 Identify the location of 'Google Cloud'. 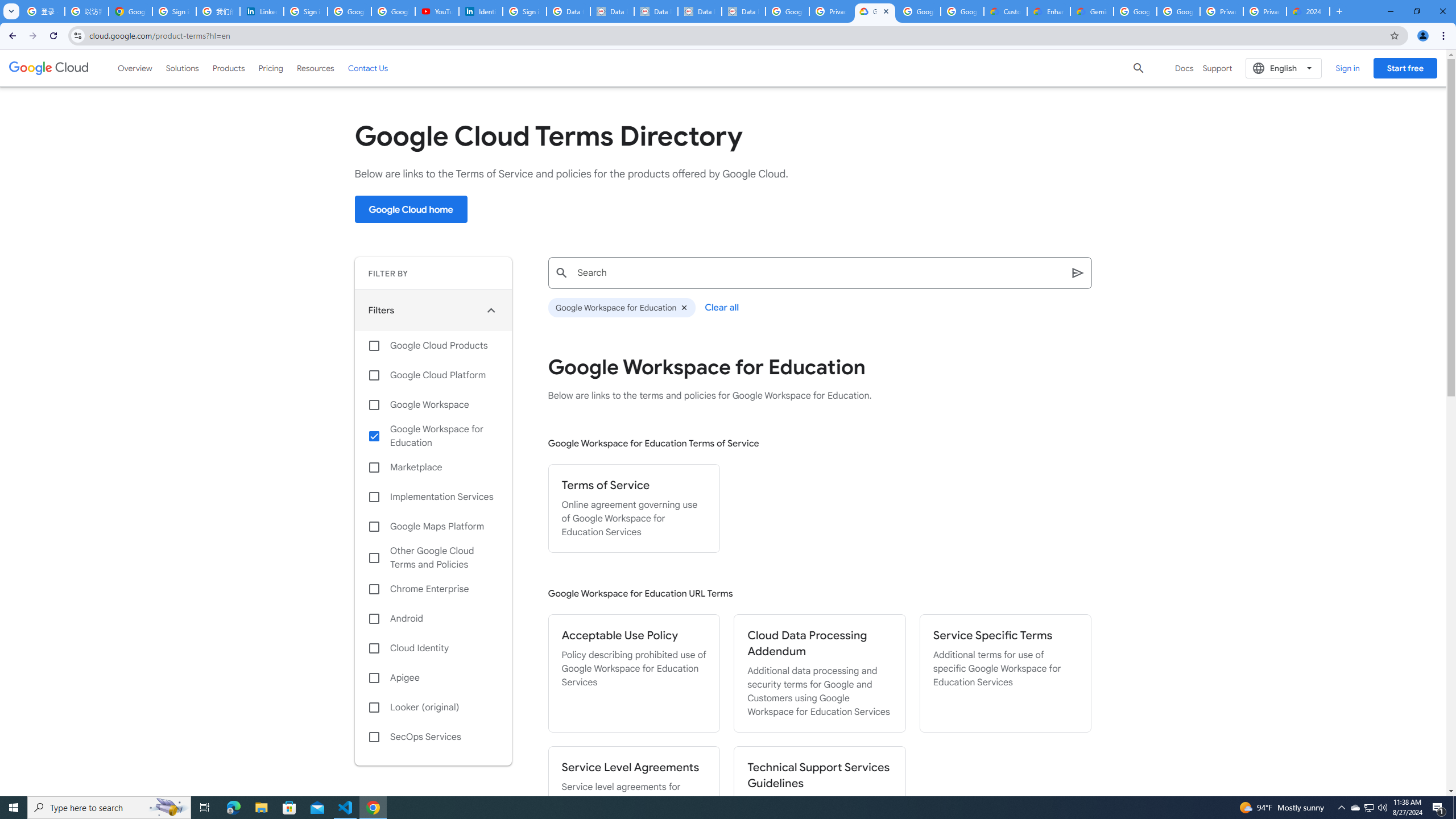
(48, 67).